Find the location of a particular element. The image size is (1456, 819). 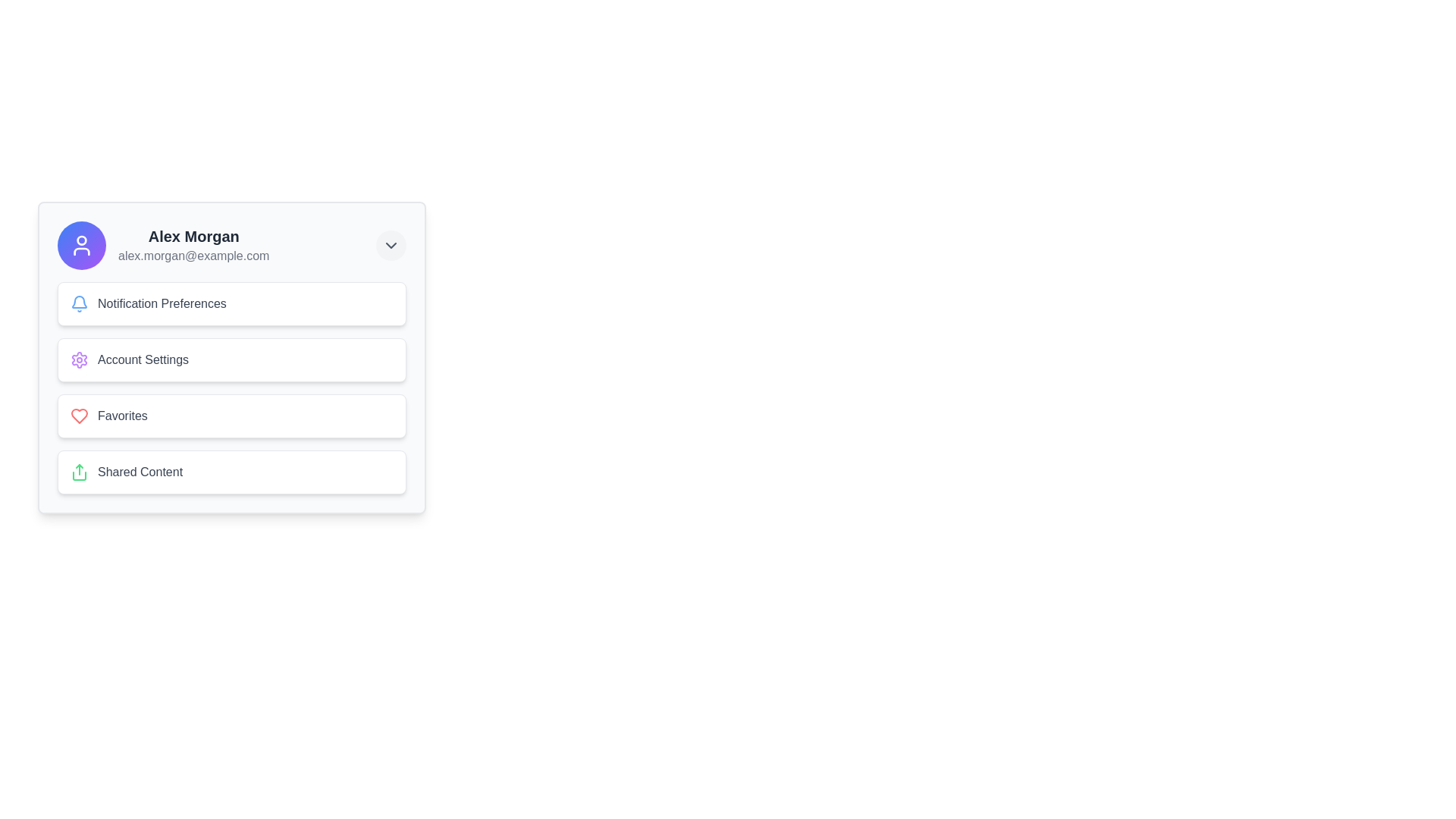

the bell-shaped notification icon, which is located to the left of the text 'Notification Preferences' in the settings menu is located at coordinates (79, 304).